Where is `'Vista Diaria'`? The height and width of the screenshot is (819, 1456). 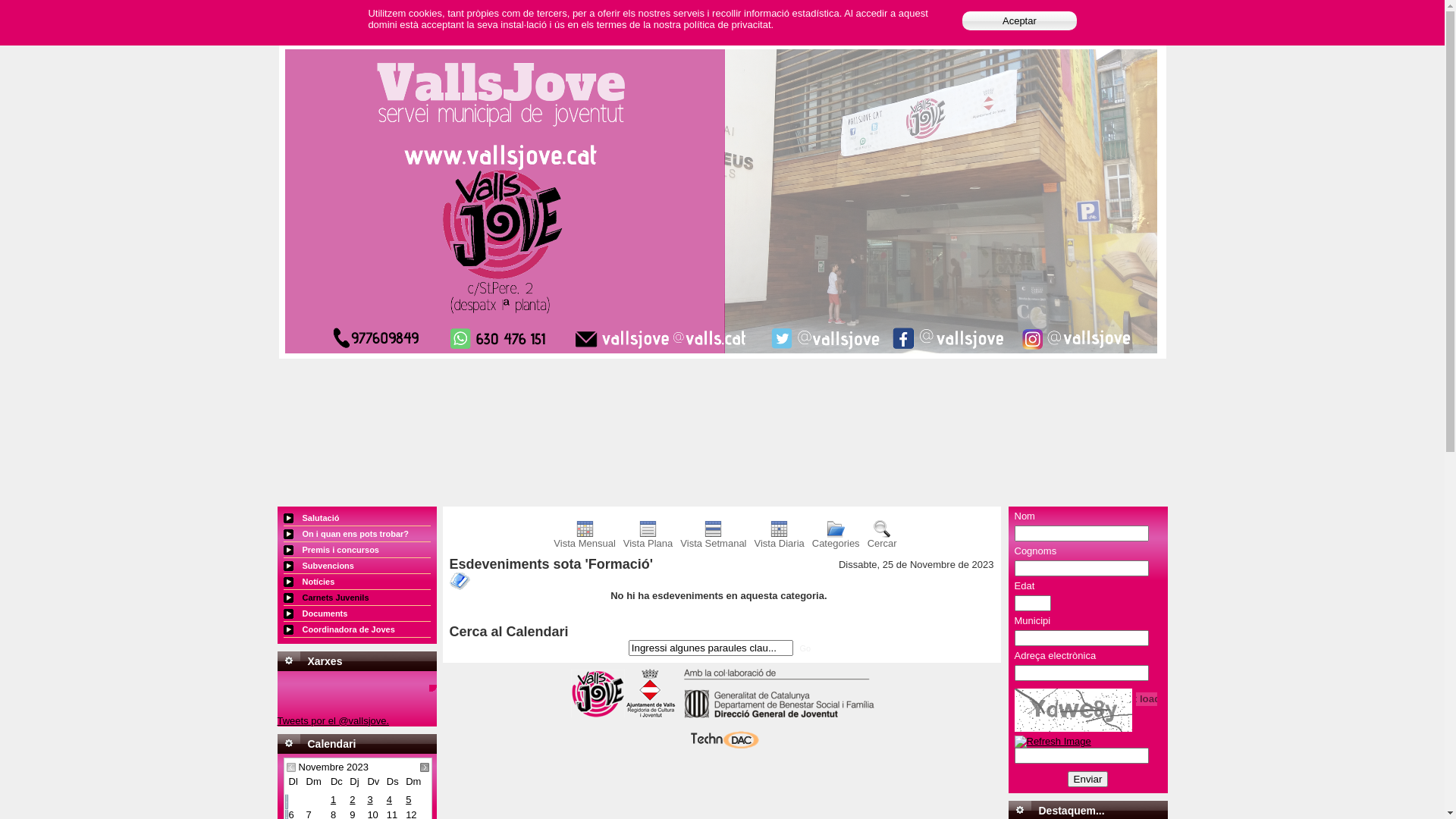 'Vista Diaria' is located at coordinates (779, 538).